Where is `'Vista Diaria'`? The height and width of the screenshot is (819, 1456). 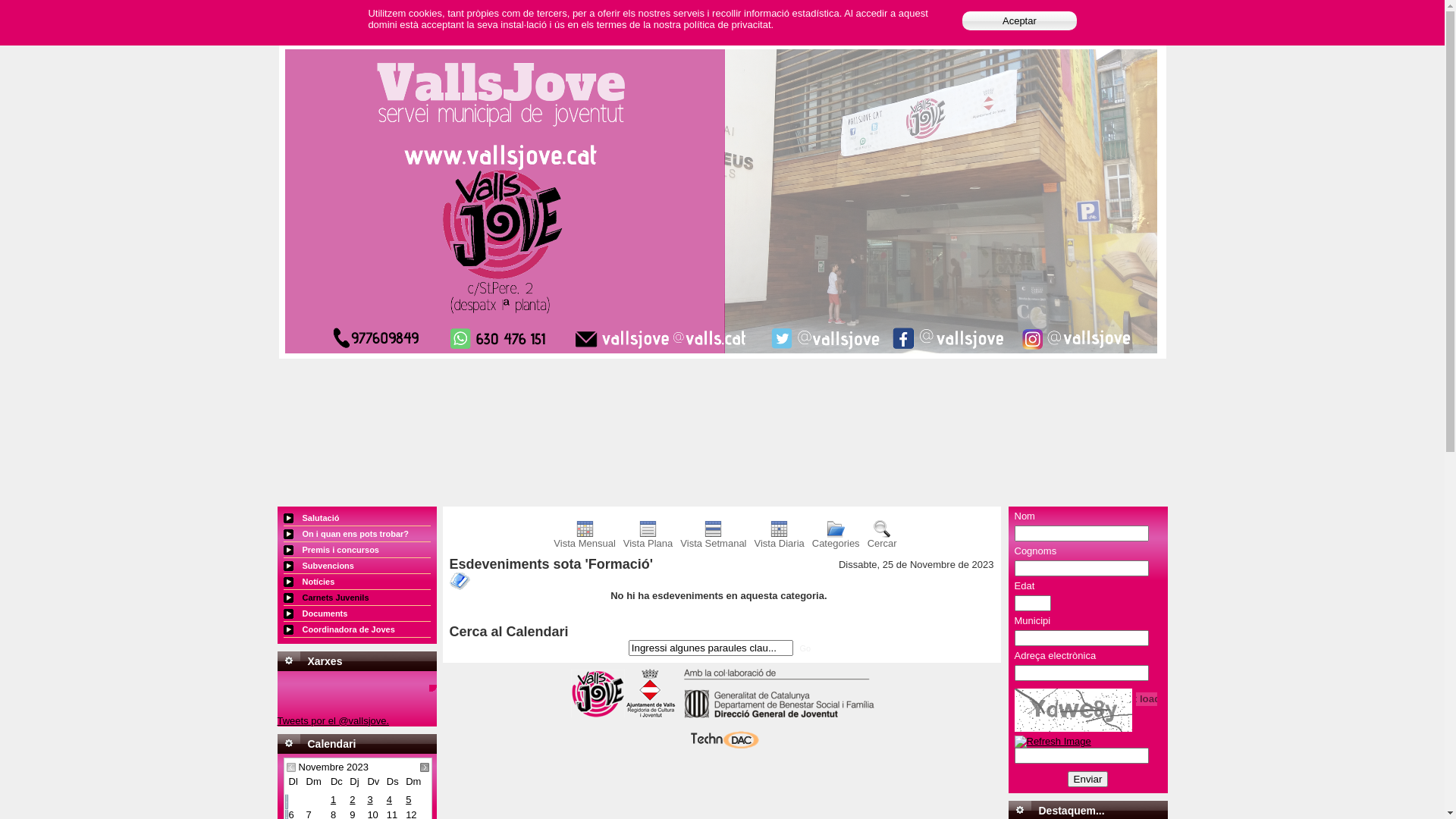 'Vista Diaria' is located at coordinates (779, 538).